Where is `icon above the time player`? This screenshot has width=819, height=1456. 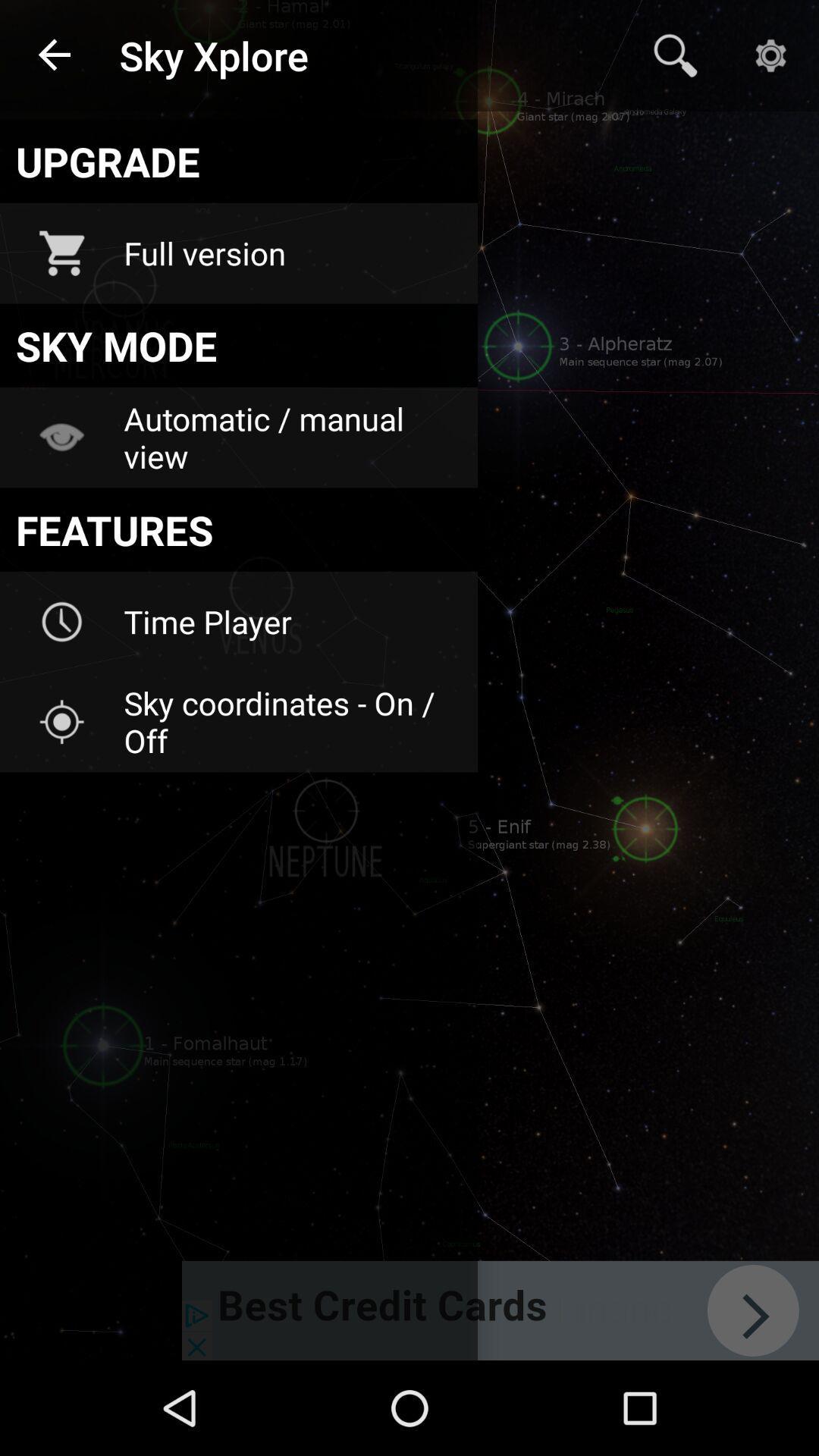 icon above the time player is located at coordinates (239, 529).